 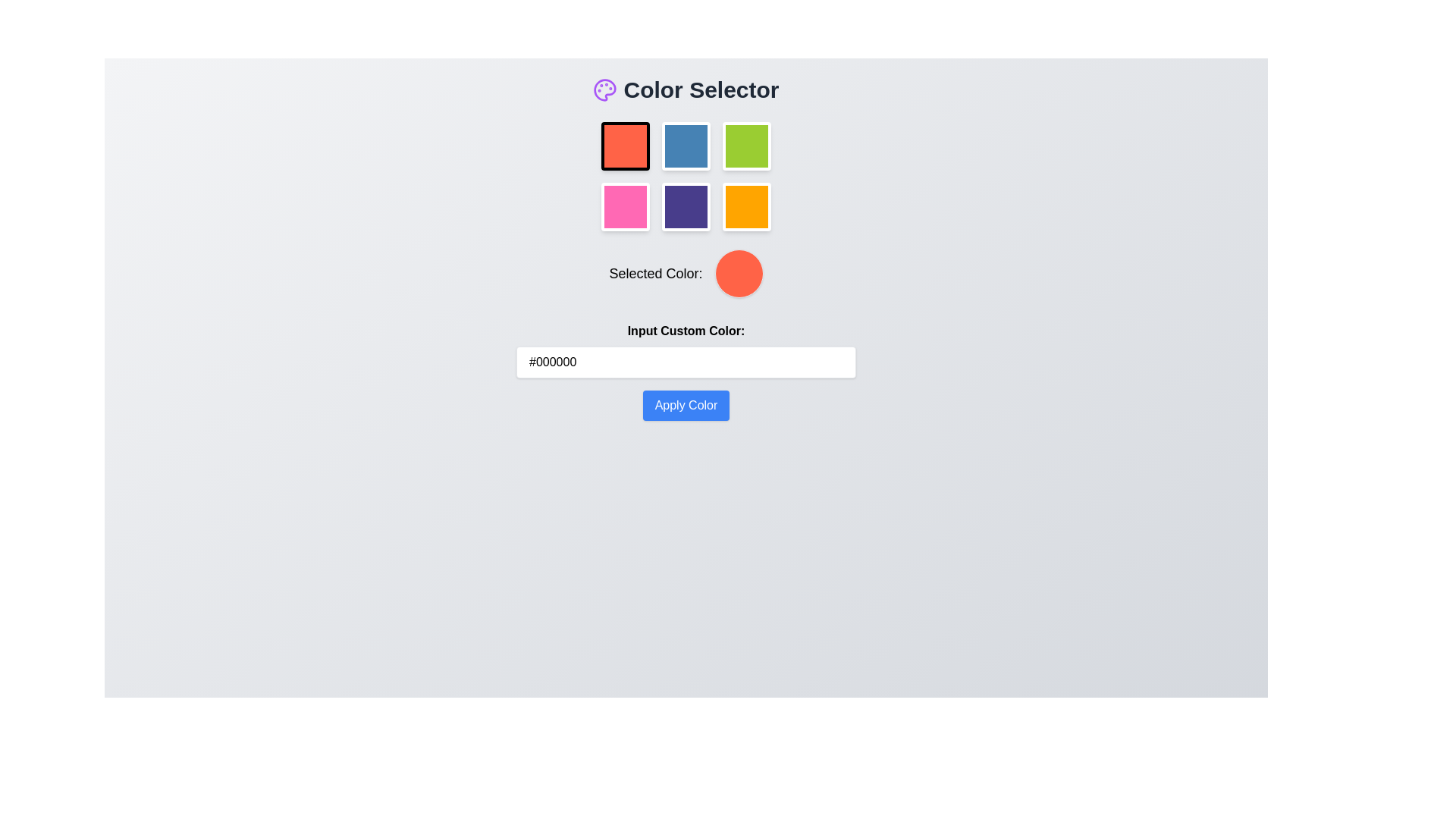 What do you see at coordinates (626, 146) in the screenshot?
I see `the red, square-shaped interactive tile with rounded corners located at the top-left of the 3x2 grid layout` at bounding box center [626, 146].